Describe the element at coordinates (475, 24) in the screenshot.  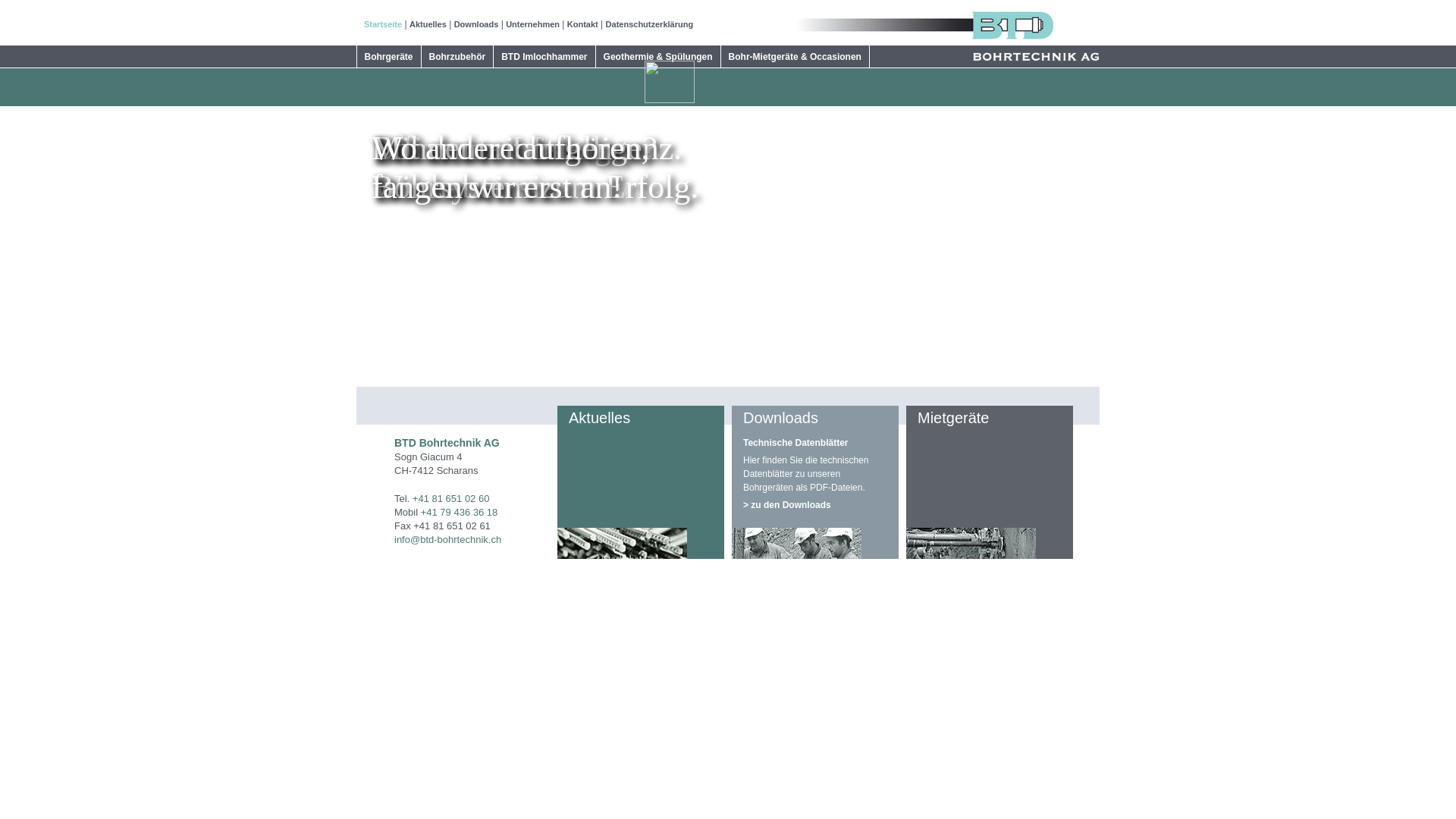
I see `'Downloads'` at that location.